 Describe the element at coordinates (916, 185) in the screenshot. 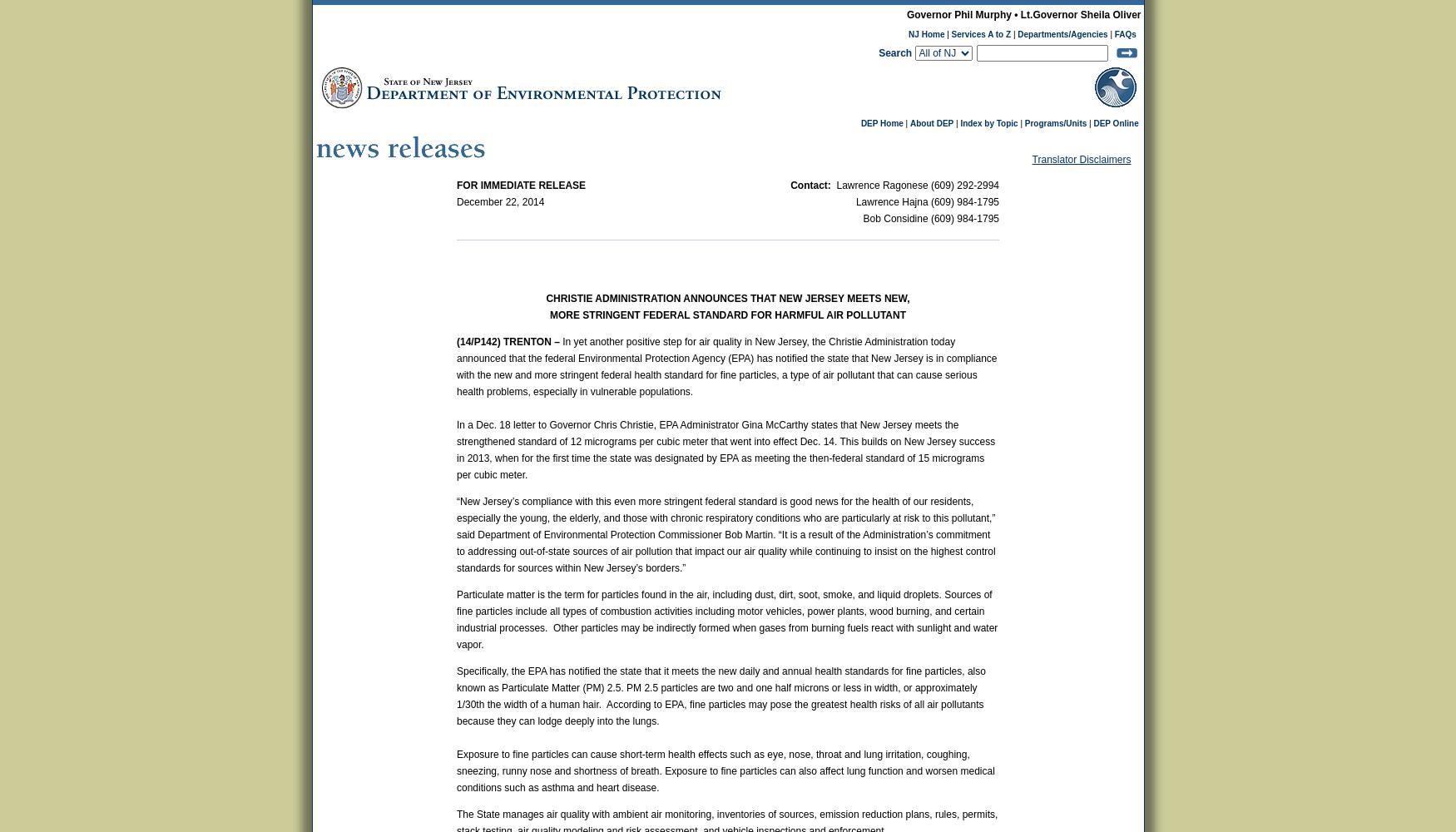

I see `'Lawrence Ragonese  (609) 292-2994'` at that location.